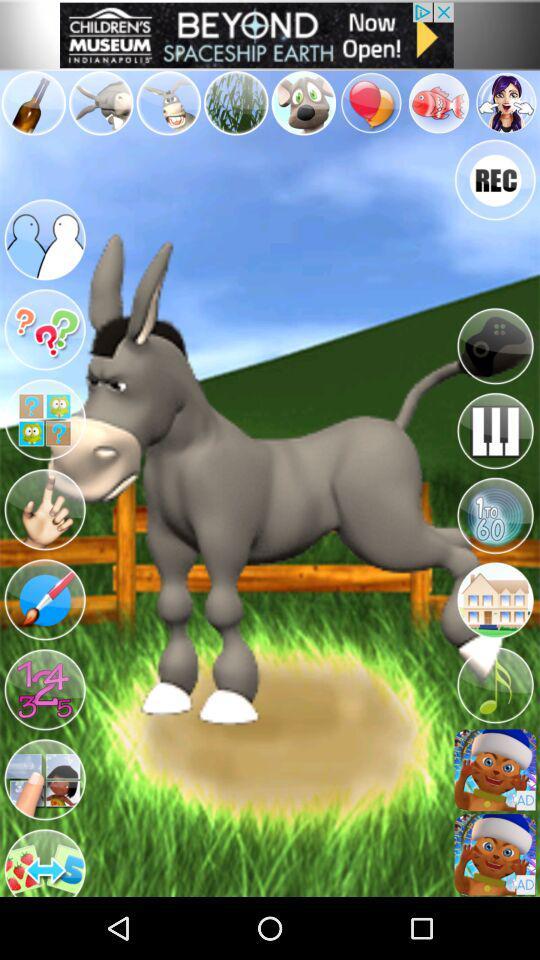 This screenshot has width=540, height=960. Describe the element at coordinates (42, 915) in the screenshot. I see `the swap icon` at that location.